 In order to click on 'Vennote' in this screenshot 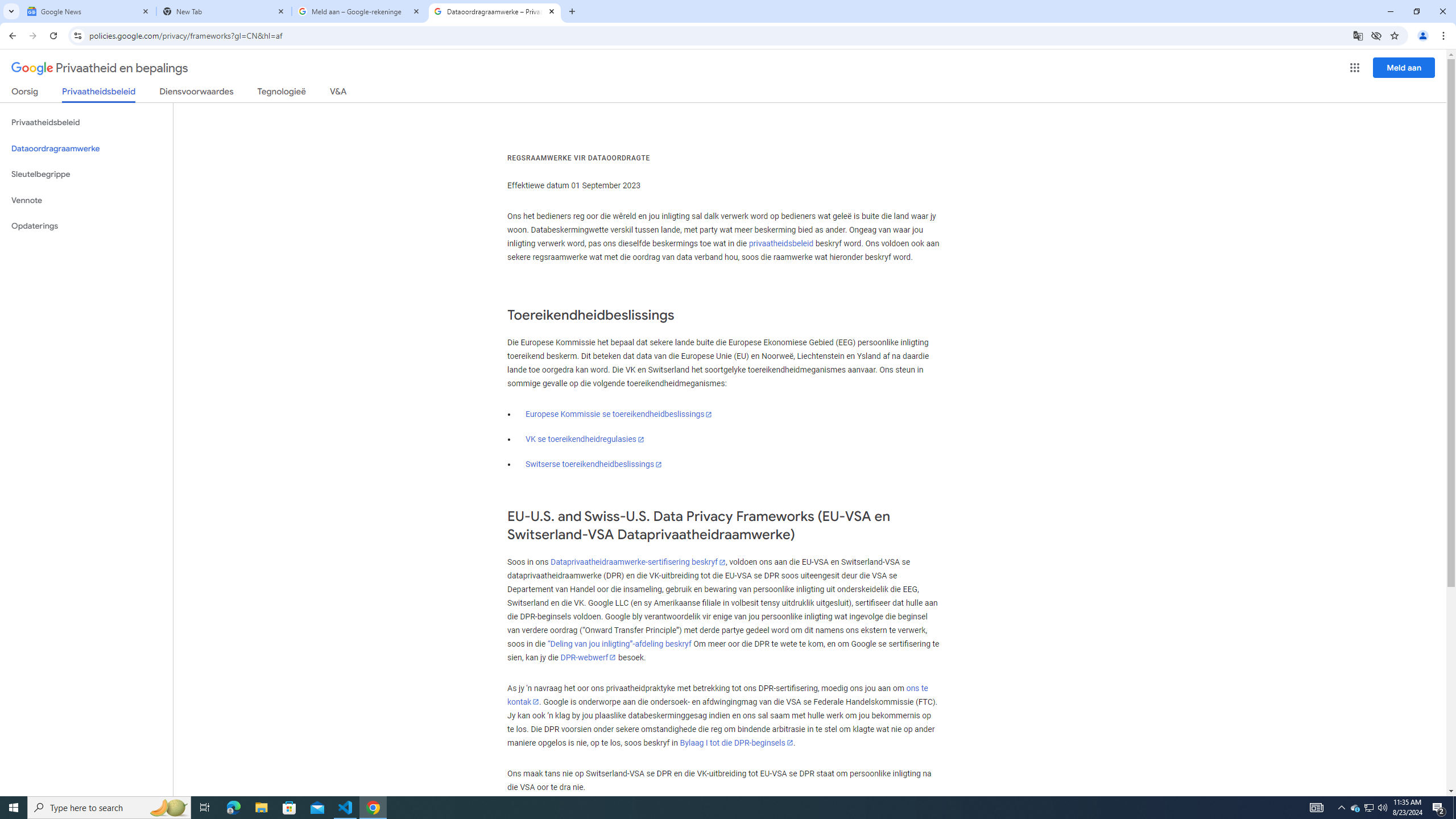, I will do `click(86, 200)`.